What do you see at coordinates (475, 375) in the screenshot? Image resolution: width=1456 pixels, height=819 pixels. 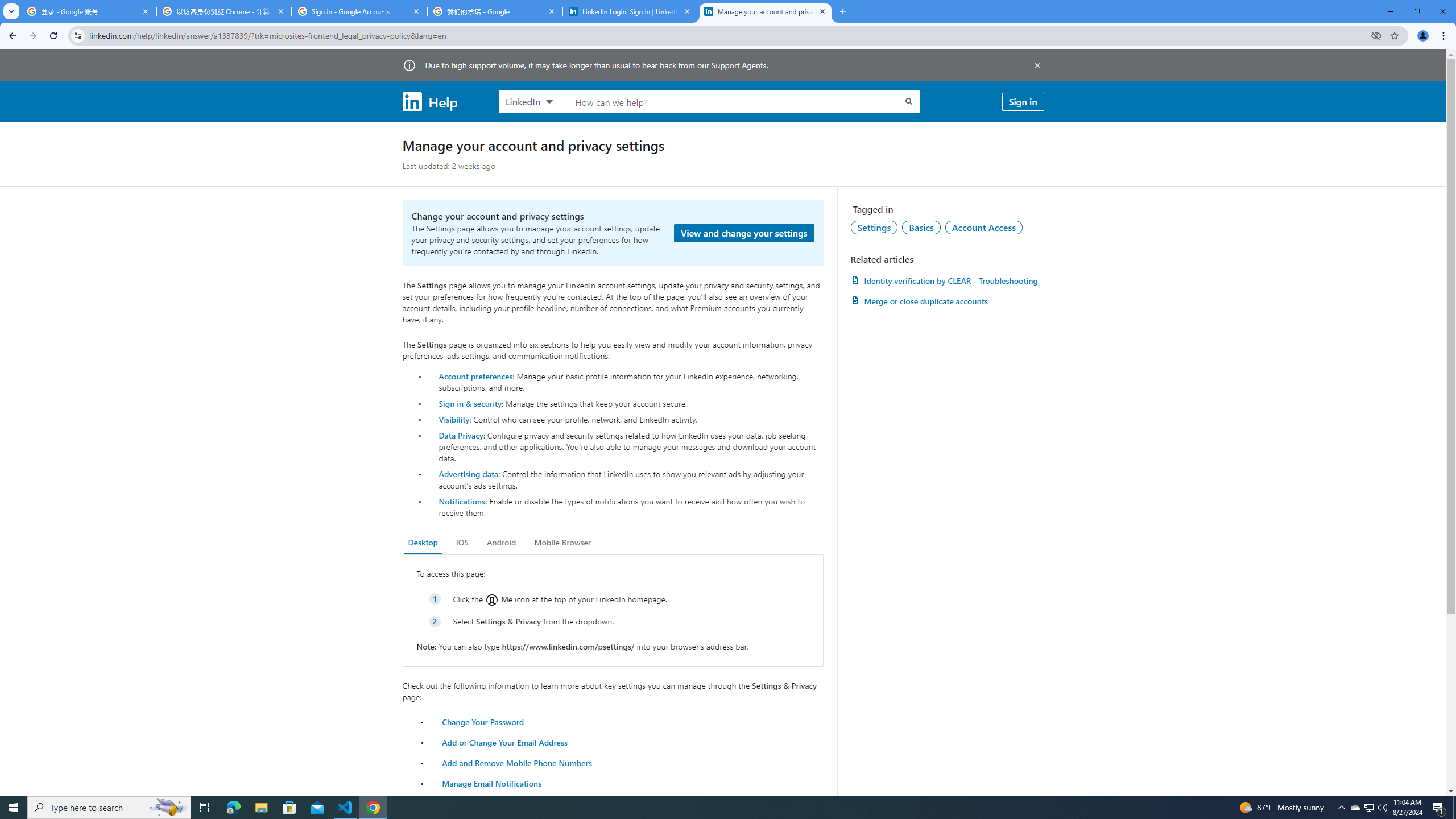 I see `'Account preferences'` at bounding box center [475, 375].